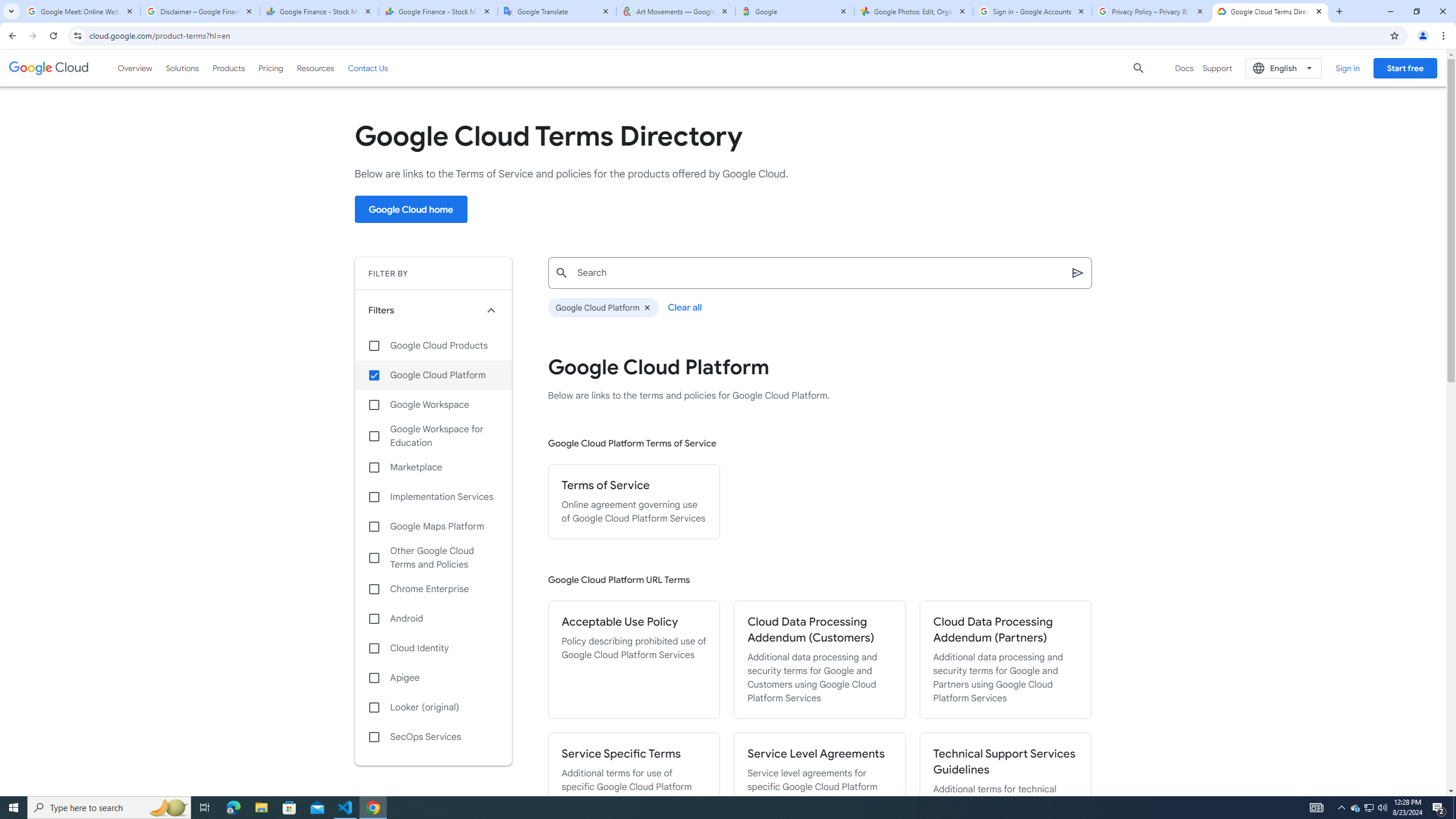 The image size is (1456, 819). What do you see at coordinates (368, 68) in the screenshot?
I see `'Contact Us'` at bounding box center [368, 68].